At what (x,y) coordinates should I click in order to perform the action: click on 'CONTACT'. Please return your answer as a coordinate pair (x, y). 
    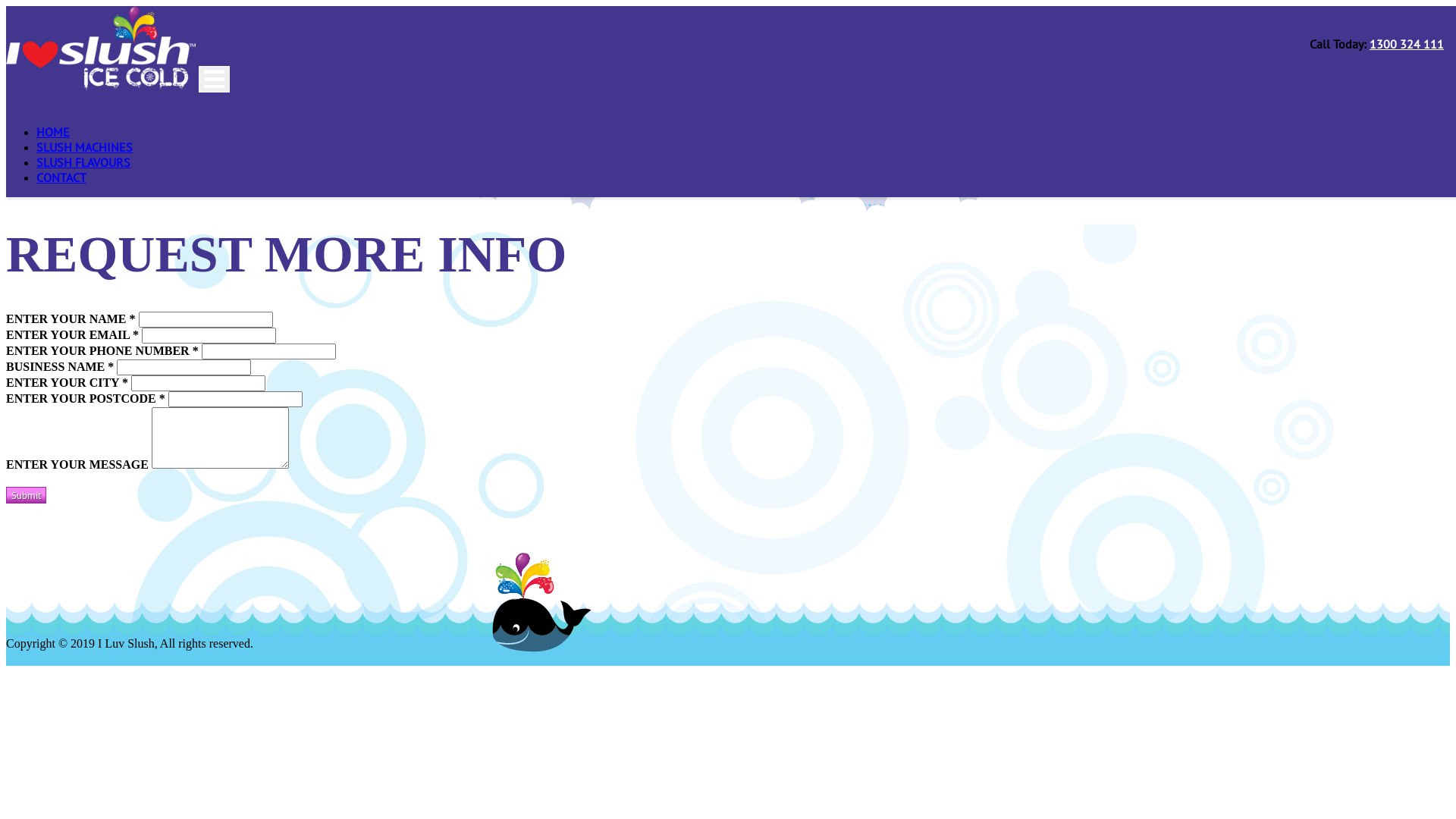
    Looking at the image, I should click on (61, 177).